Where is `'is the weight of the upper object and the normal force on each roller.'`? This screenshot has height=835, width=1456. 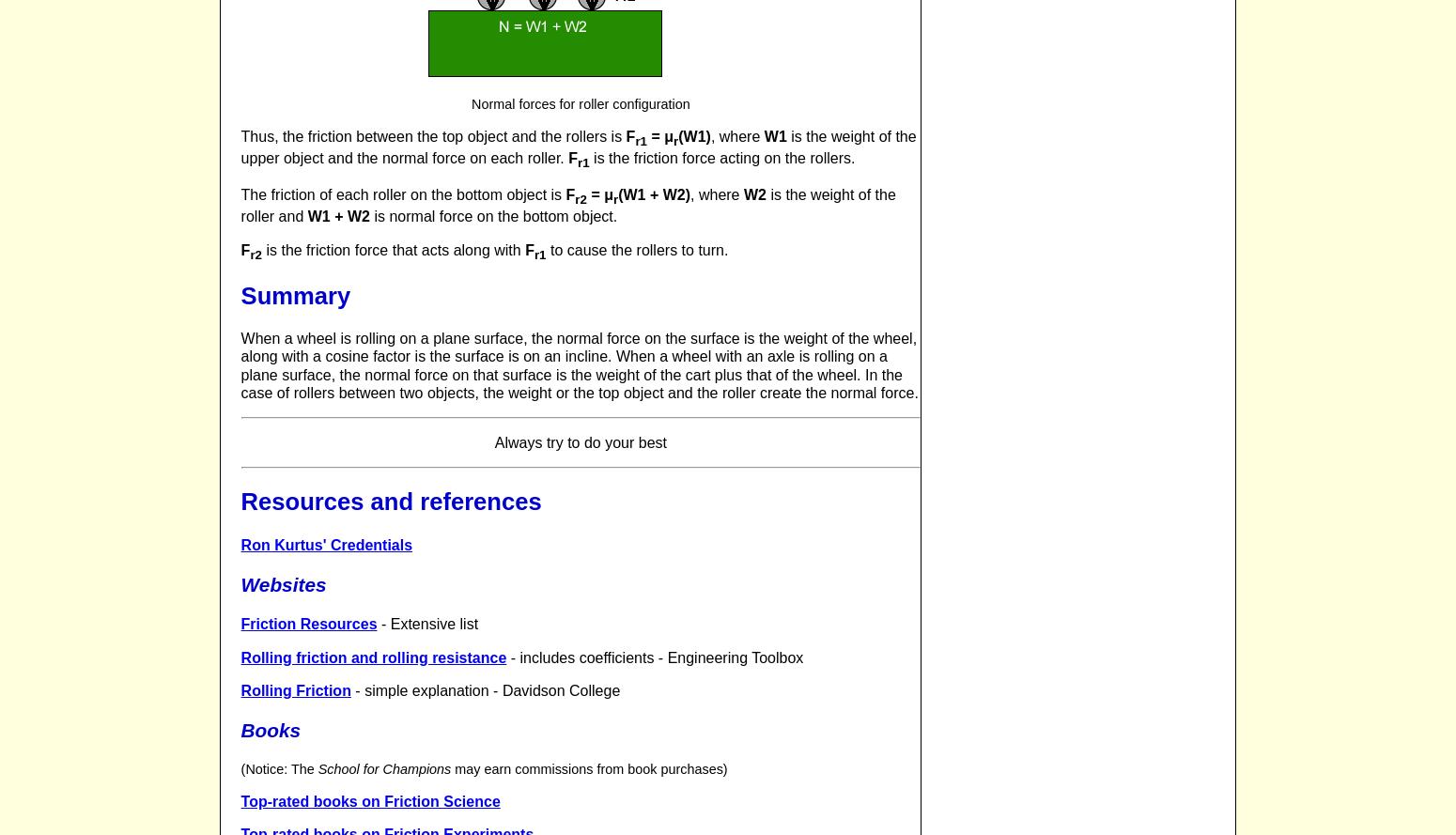
'is the weight of the upper object and the normal force on each roller.' is located at coordinates (240, 147).